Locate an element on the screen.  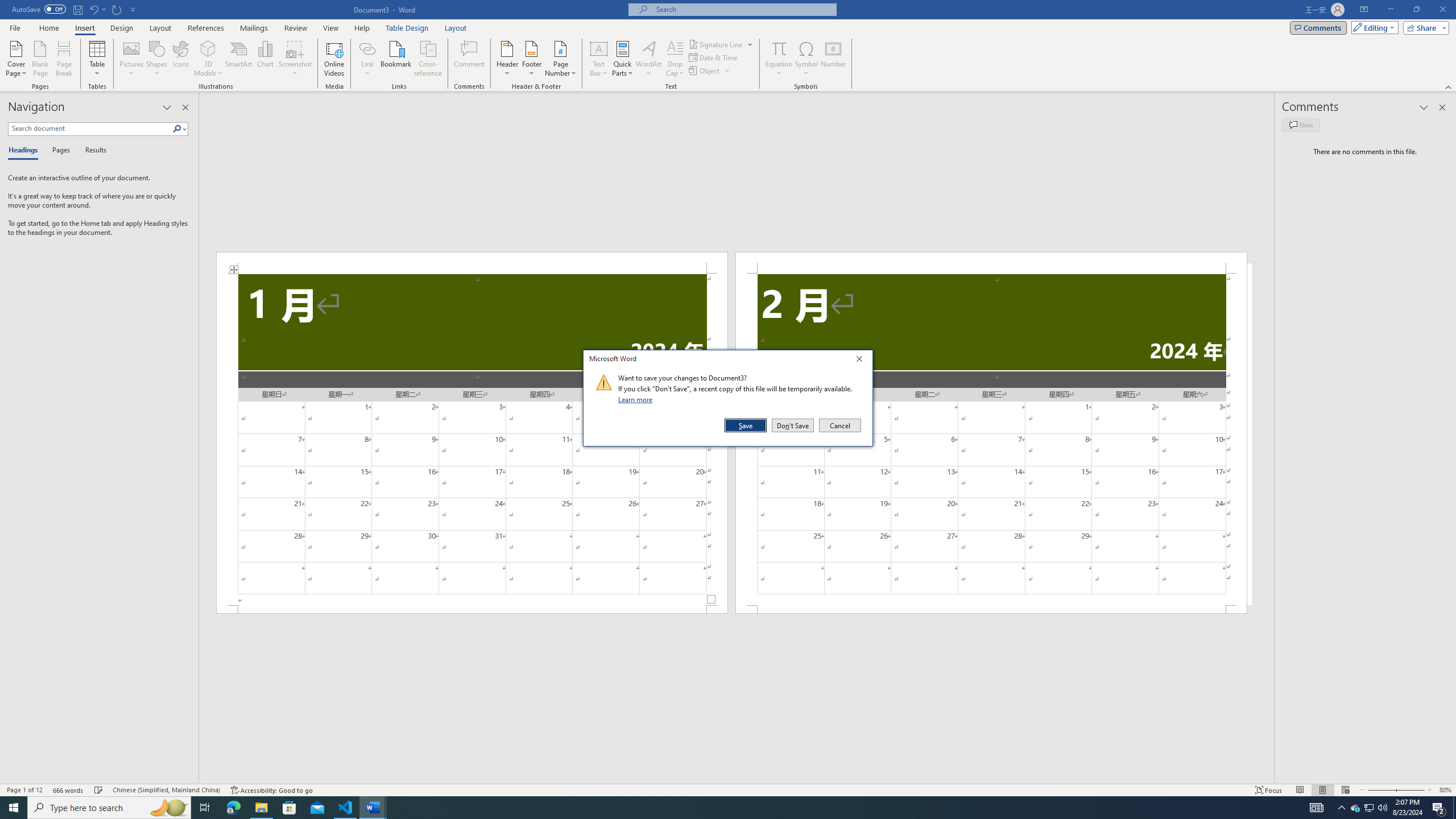
'Header' is located at coordinates (507, 59).